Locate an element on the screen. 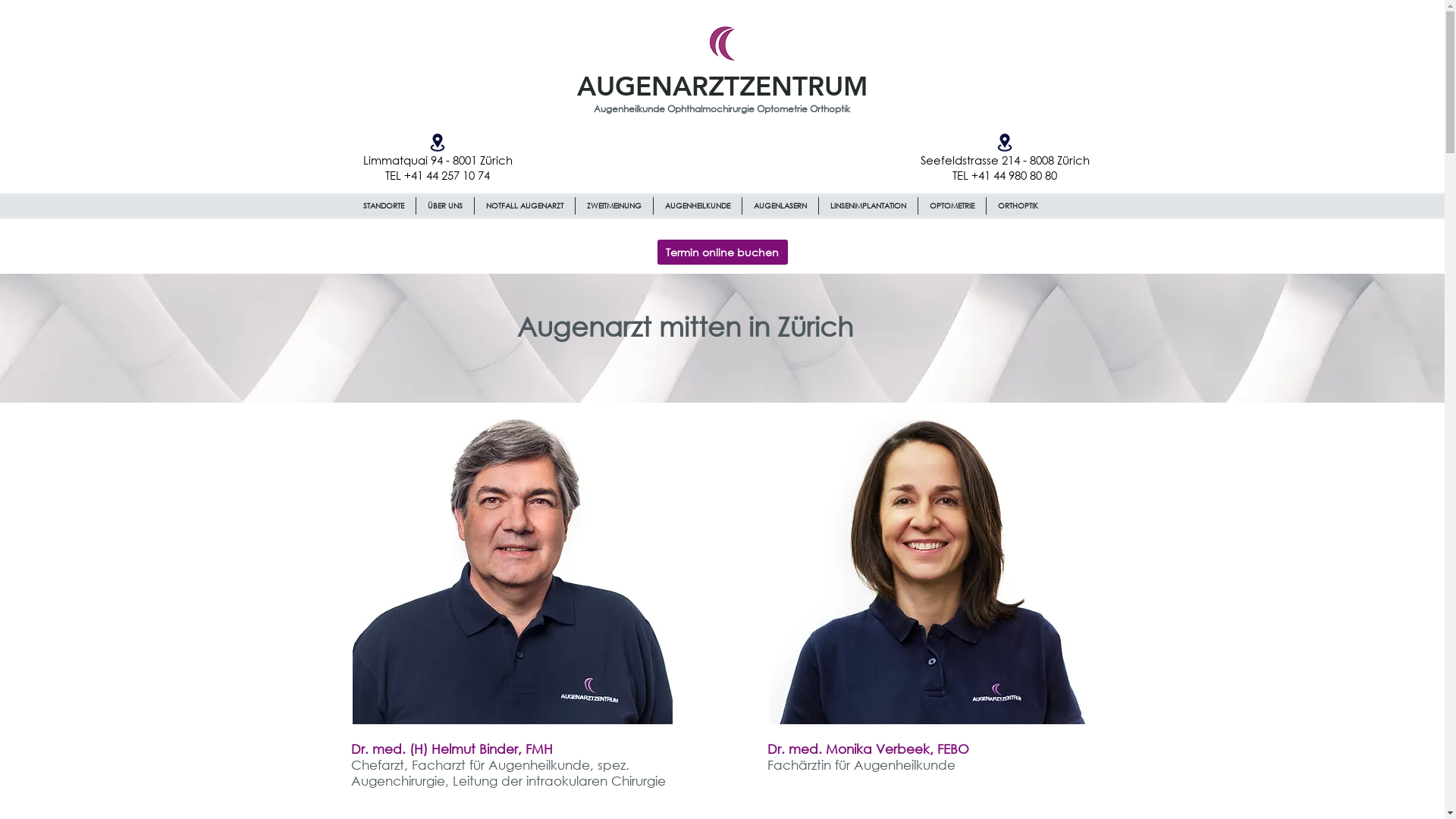 This screenshot has height=819, width=1456. 'ZWEITMEINUNG' is located at coordinates (613, 206).